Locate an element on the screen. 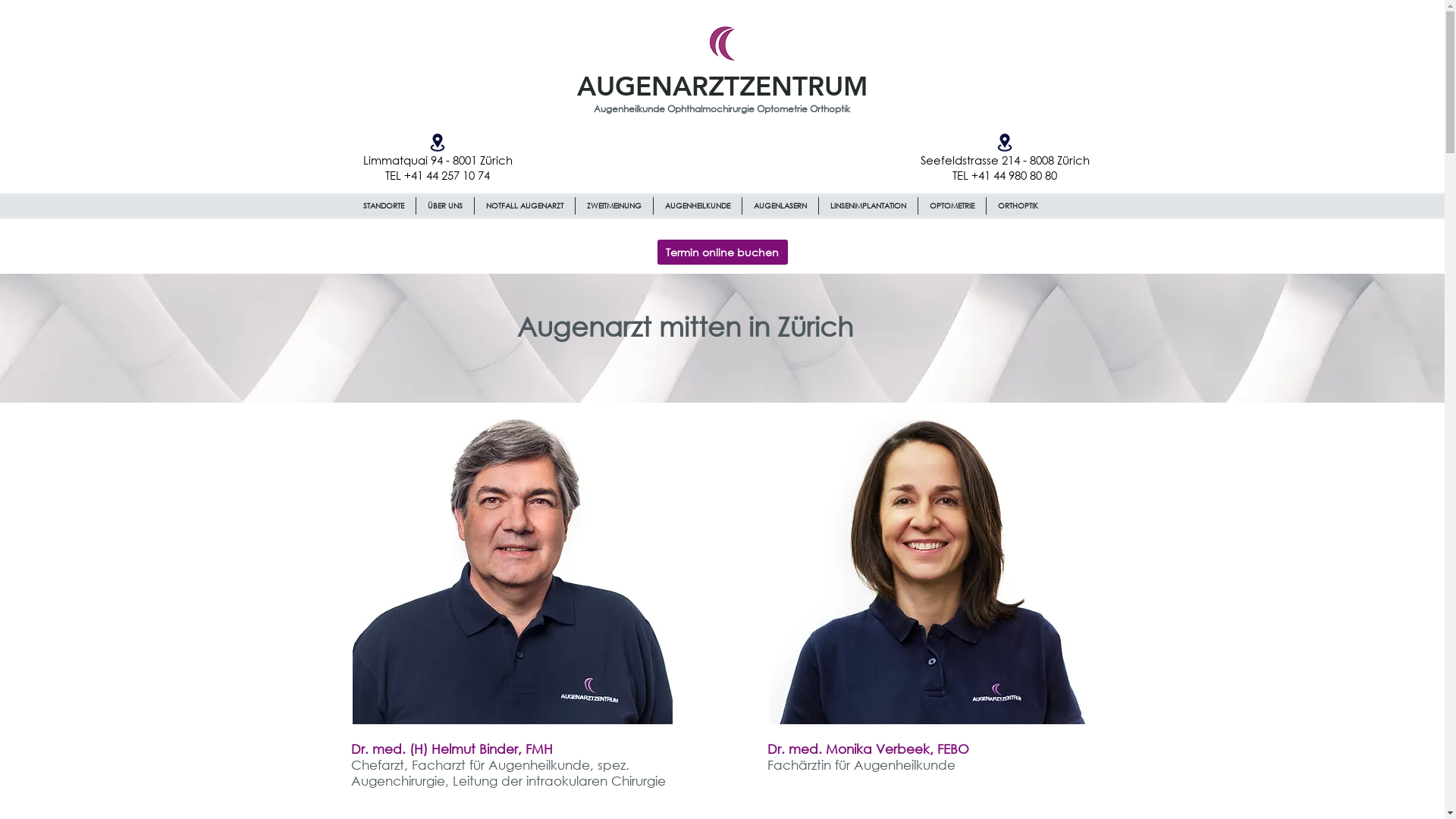 This screenshot has height=819, width=1456. 'ZWEITMEINUNG' is located at coordinates (613, 206).